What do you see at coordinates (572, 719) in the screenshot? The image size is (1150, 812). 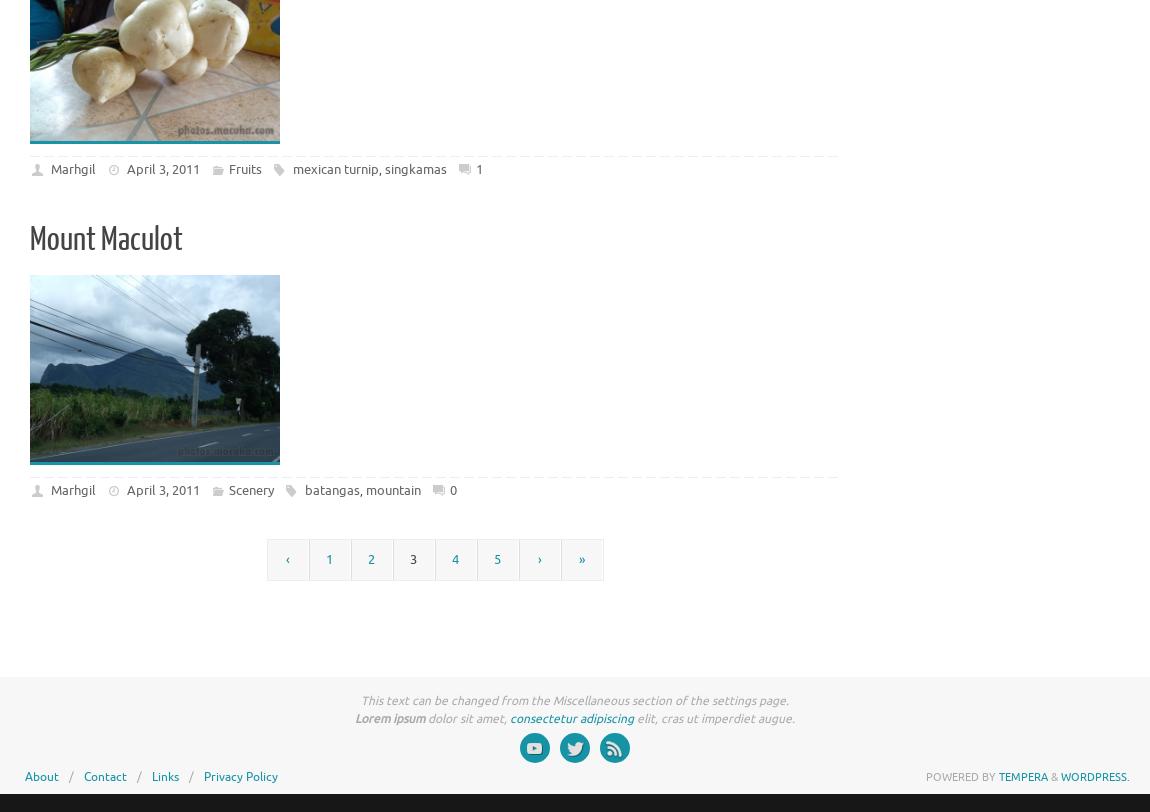 I see `'consectetur adipiscing'` at bounding box center [572, 719].